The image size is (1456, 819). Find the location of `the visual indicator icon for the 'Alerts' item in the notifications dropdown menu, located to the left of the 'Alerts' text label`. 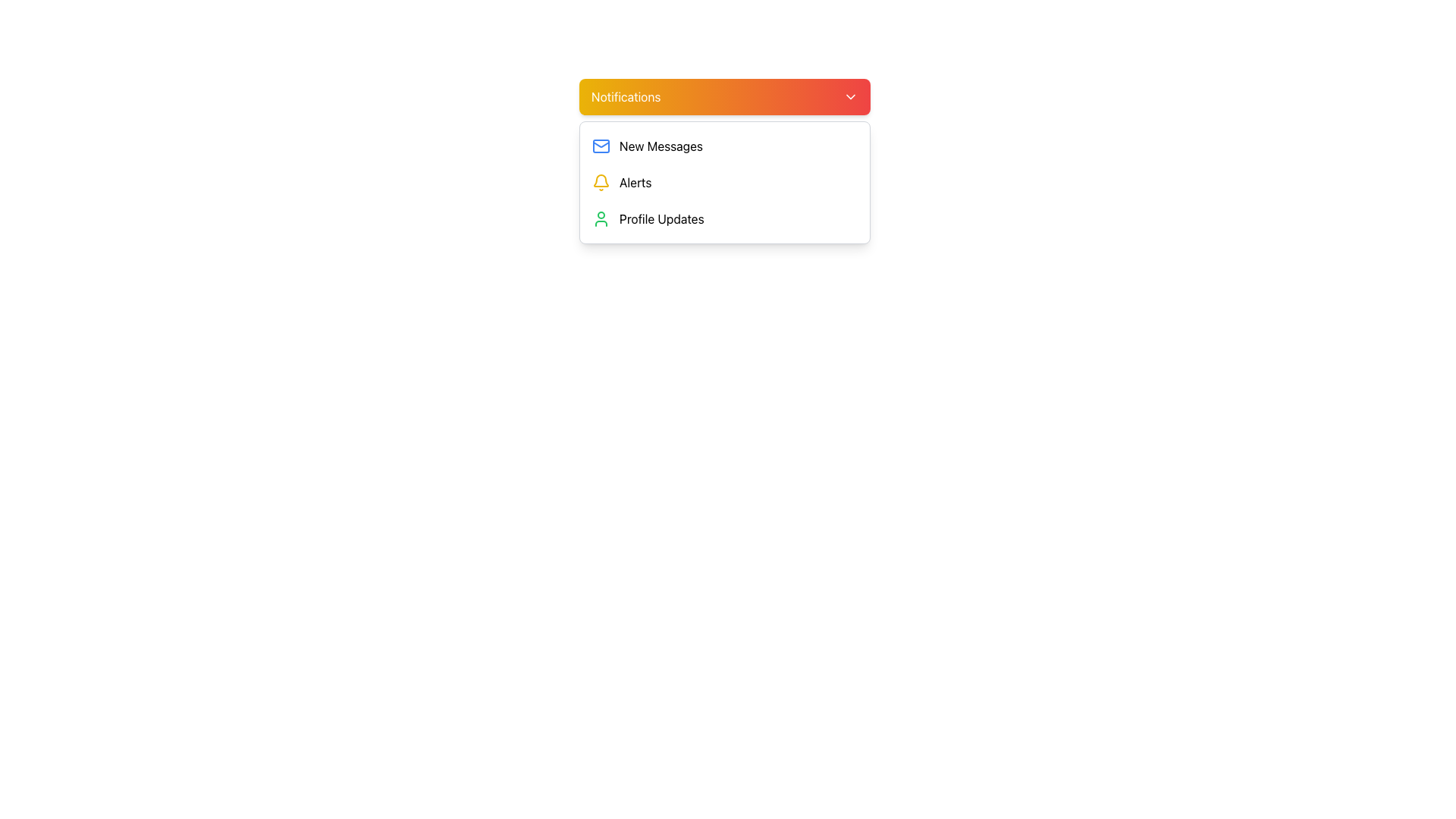

the visual indicator icon for the 'Alerts' item in the notifications dropdown menu, located to the left of the 'Alerts' text label is located at coordinates (600, 181).